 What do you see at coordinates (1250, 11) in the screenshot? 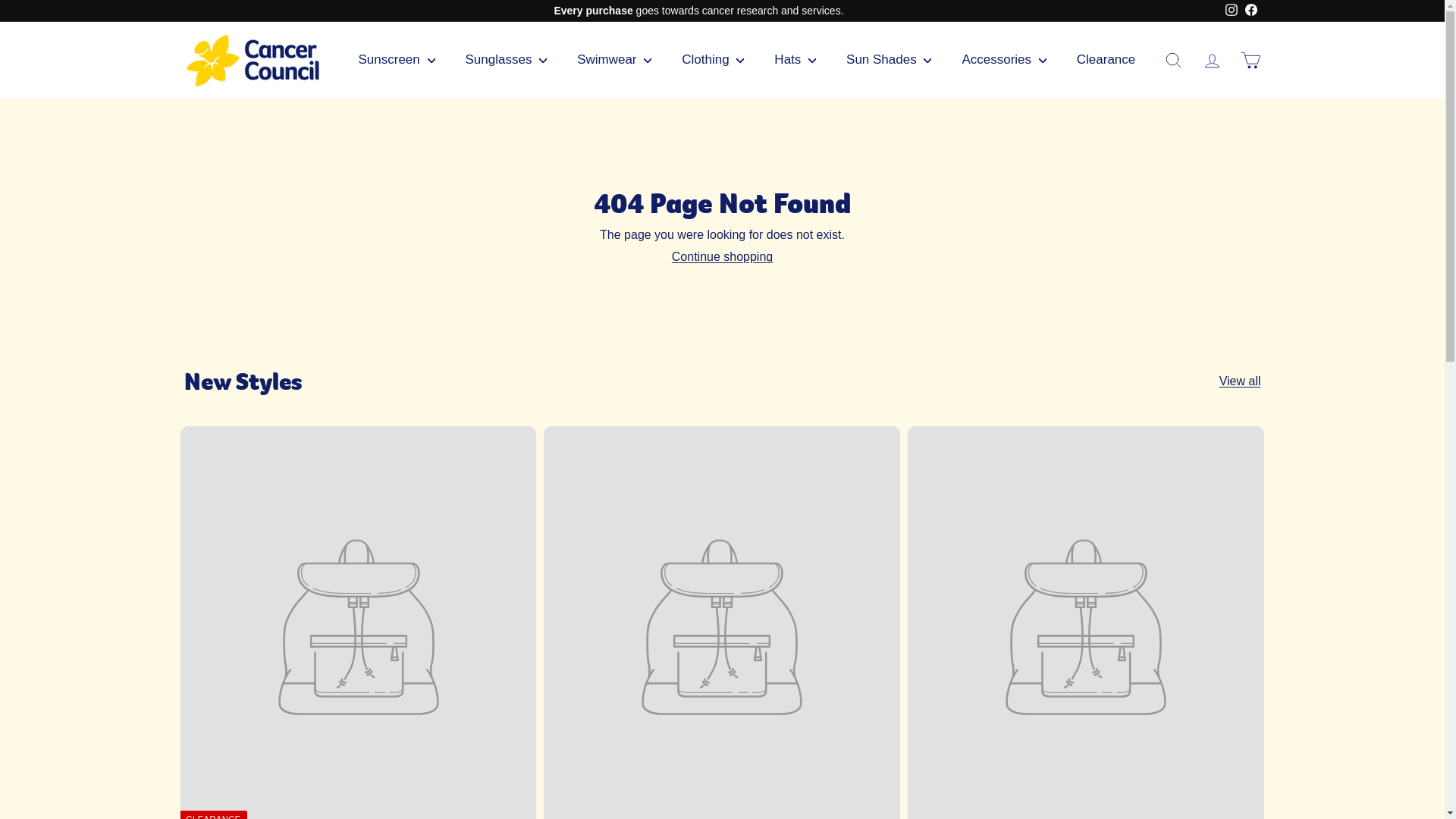
I see `'Facebook'` at bounding box center [1250, 11].